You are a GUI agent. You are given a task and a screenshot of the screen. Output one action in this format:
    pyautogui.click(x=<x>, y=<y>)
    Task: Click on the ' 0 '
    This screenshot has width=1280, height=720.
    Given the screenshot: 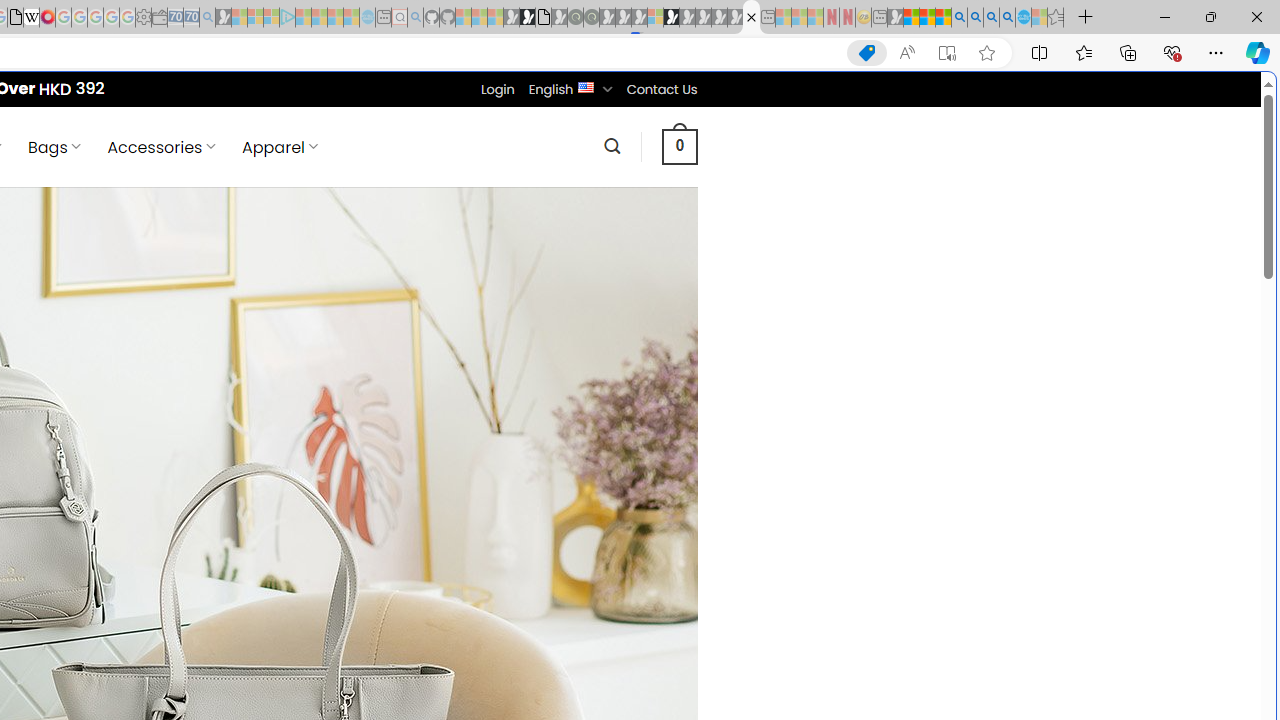 What is the action you would take?
    pyautogui.click(x=679, y=145)
    